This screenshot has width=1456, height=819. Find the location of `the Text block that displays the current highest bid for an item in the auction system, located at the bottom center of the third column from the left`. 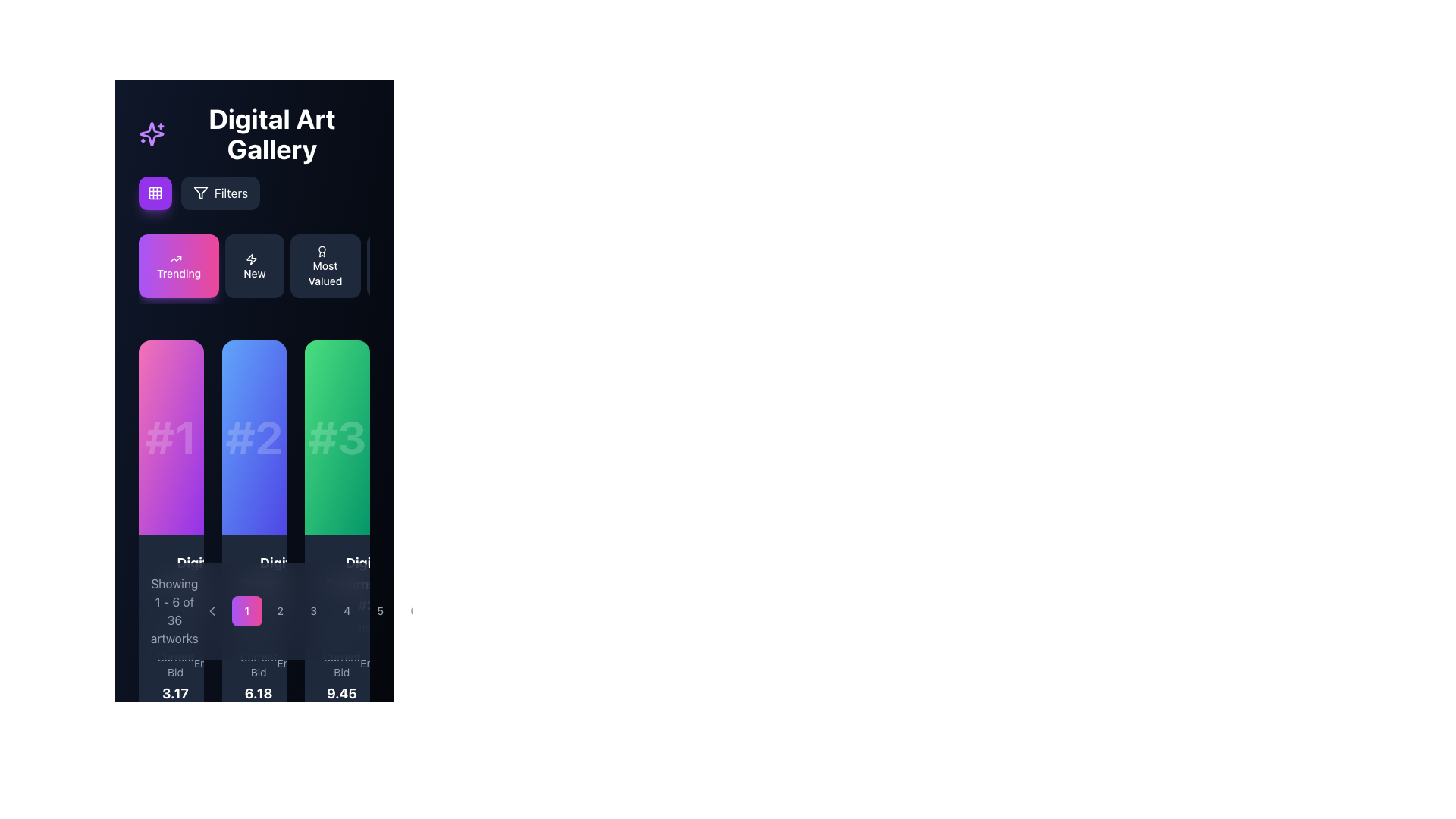

the Text block that displays the current highest bid for an item in the auction system, located at the bottom center of the third column from the left is located at coordinates (340, 687).